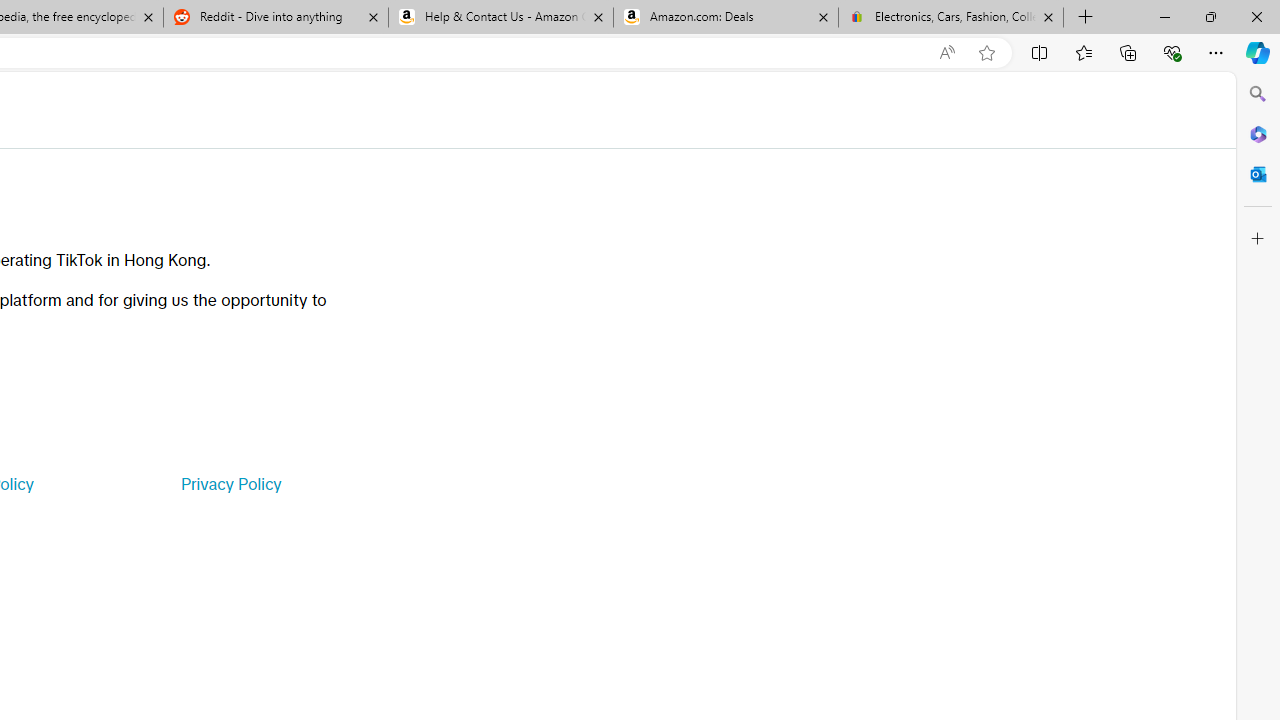  I want to click on 'Privacy Policy', so click(231, 484).